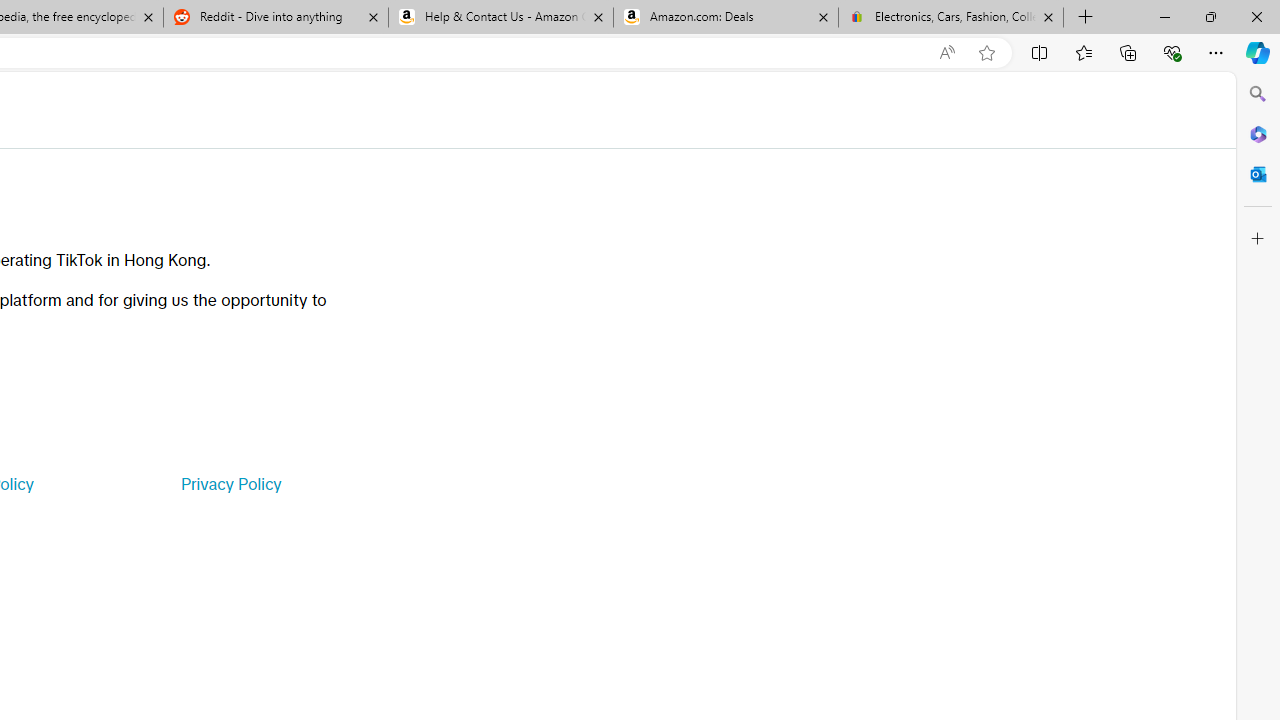  I want to click on 'Privacy Policy', so click(231, 484).